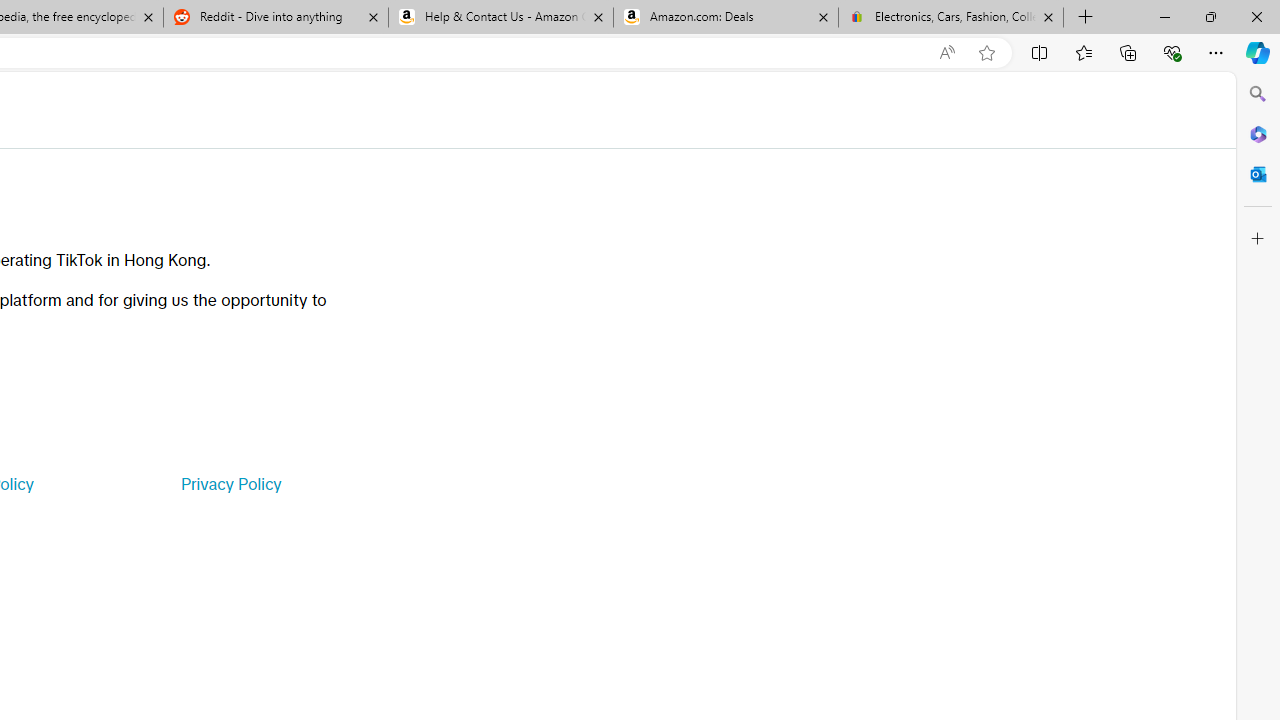  I want to click on 'Privacy Policy', so click(231, 484).